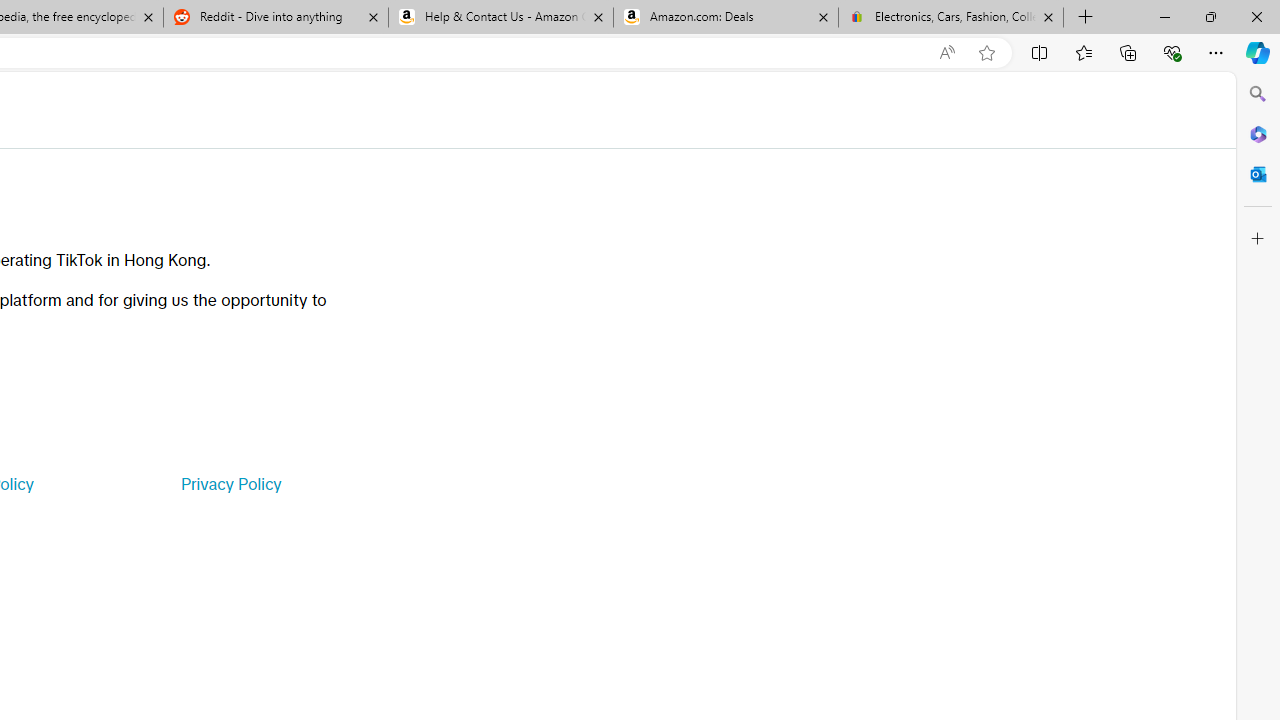  I want to click on 'Privacy Policy', so click(231, 484).